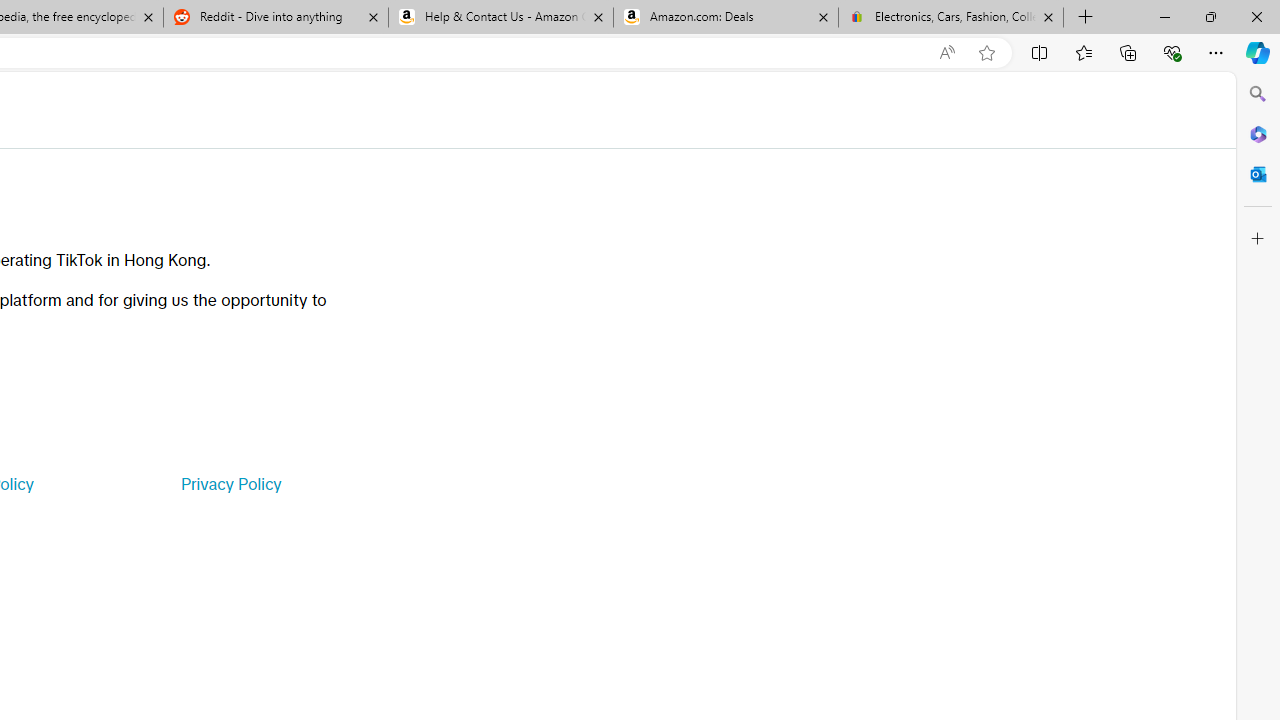  I want to click on 'Privacy Policy', so click(231, 484).